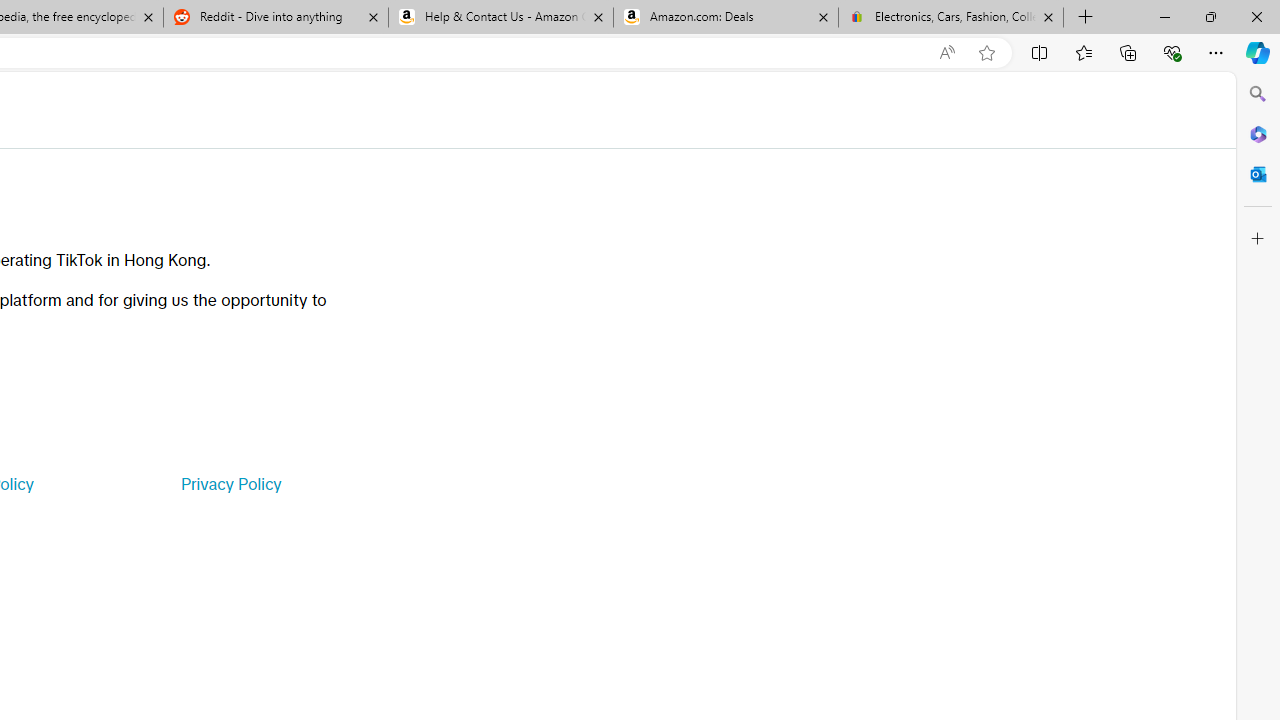  I want to click on 'Privacy Policy', so click(231, 484).